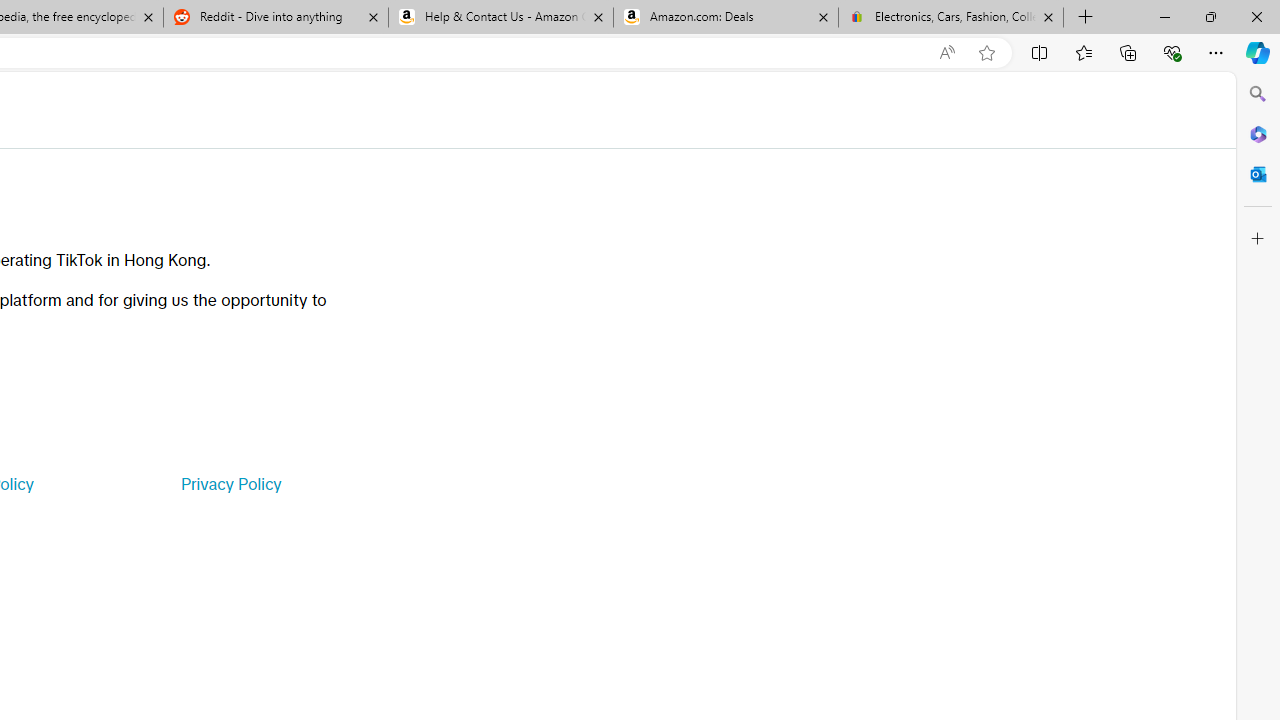  I want to click on 'Privacy Policy', so click(231, 484).